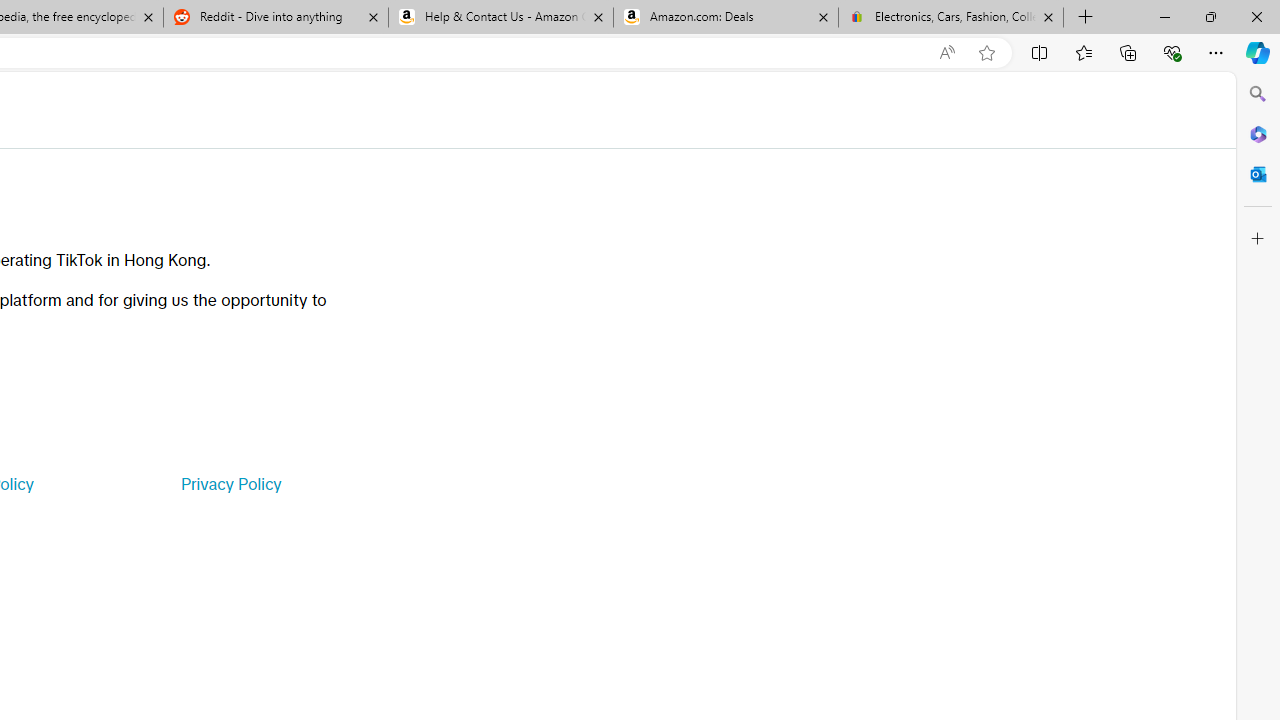  I want to click on 'Privacy Policy', so click(231, 484).